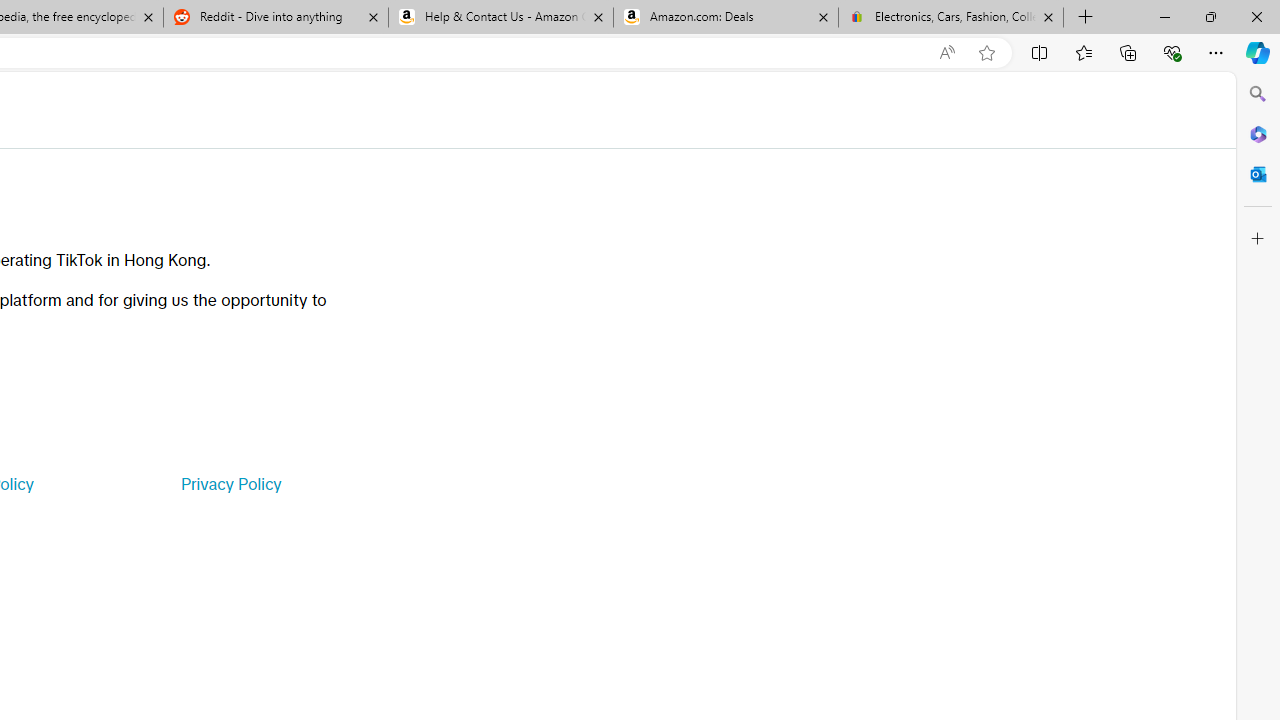  I want to click on 'Privacy Policy', so click(231, 484).